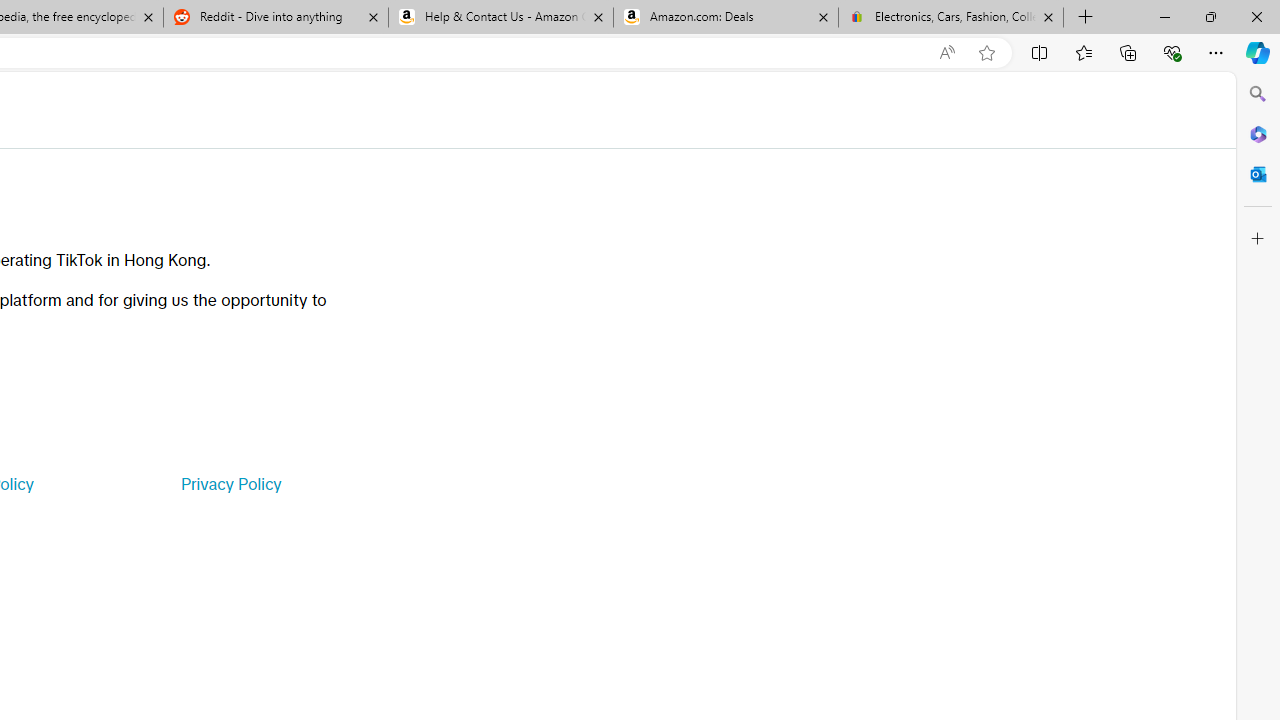  I want to click on 'Privacy Policy', so click(231, 484).